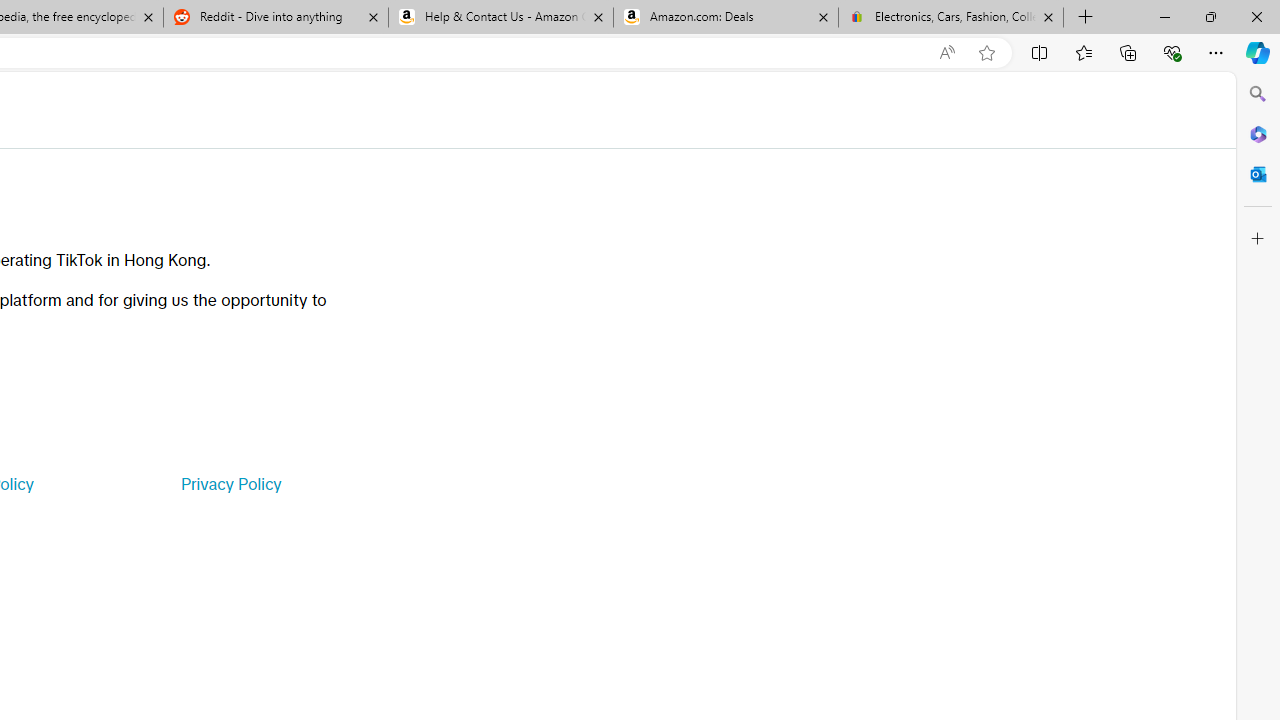  I want to click on 'Privacy Policy', so click(231, 484).